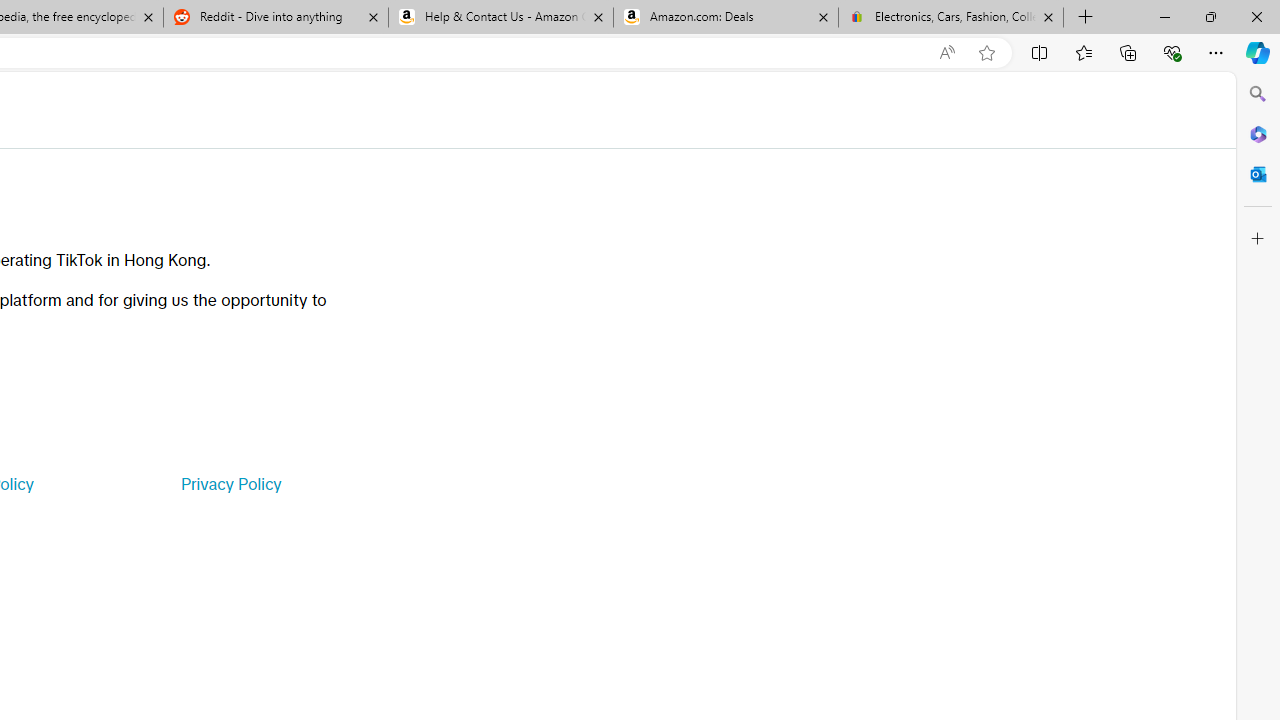  I want to click on 'Privacy Policy', so click(231, 484).